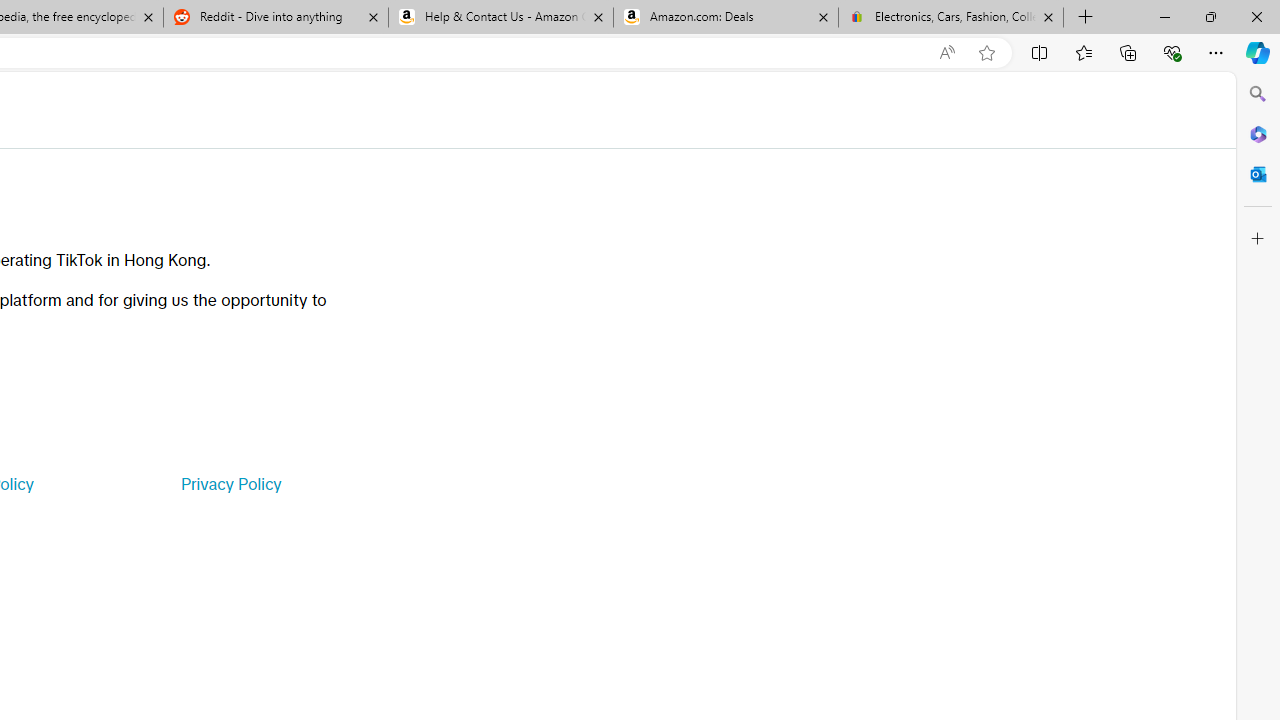  I want to click on 'Privacy Policy', so click(231, 484).